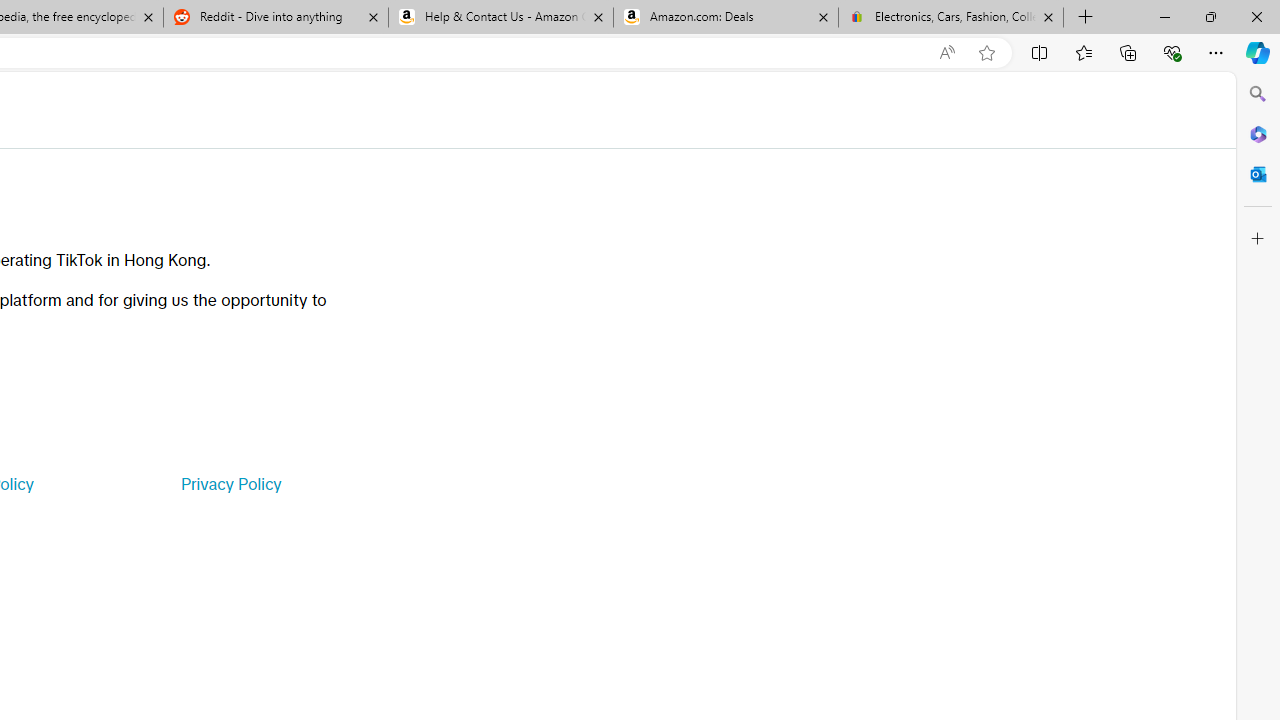  I want to click on 'Privacy Policy', so click(231, 484).